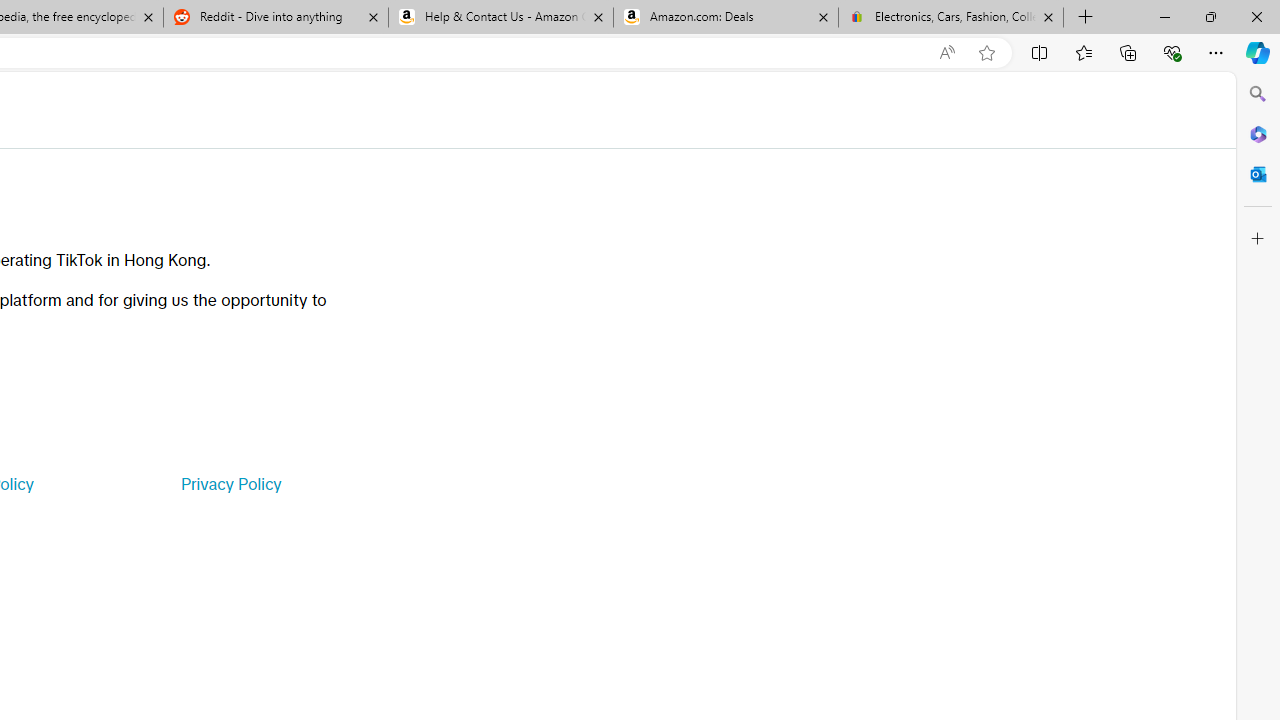  I want to click on 'Privacy Policy', so click(231, 484).